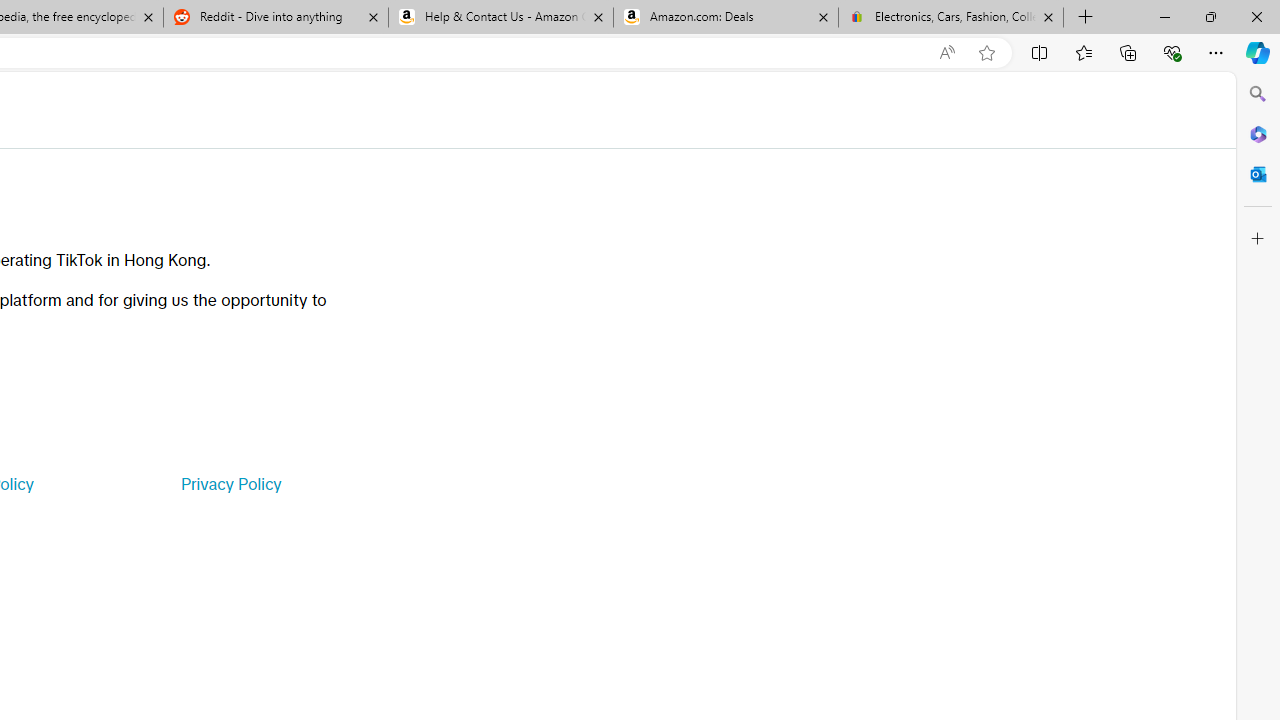  I want to click on 'Privacy Policy', so click(231, 484).